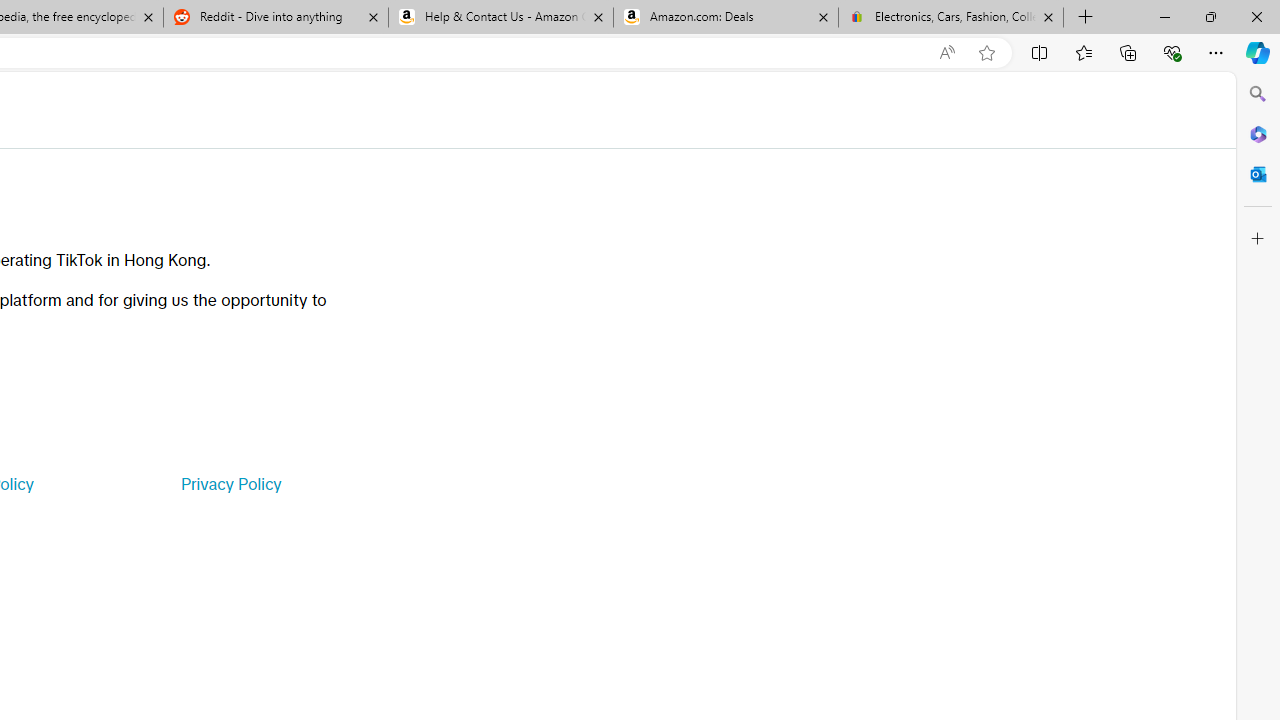  I want to click on 'Privacy Policy', so click(231, 484).